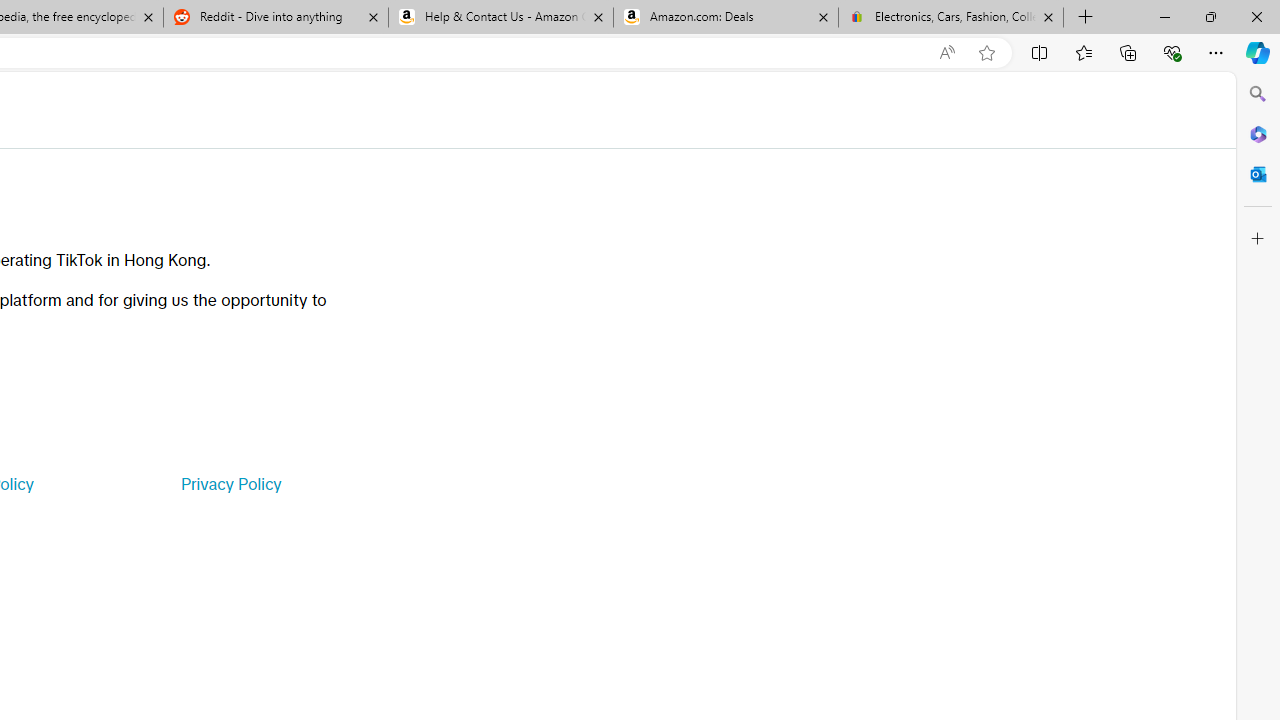  I want to click on 'Privacy Policy', so click(231, 484).